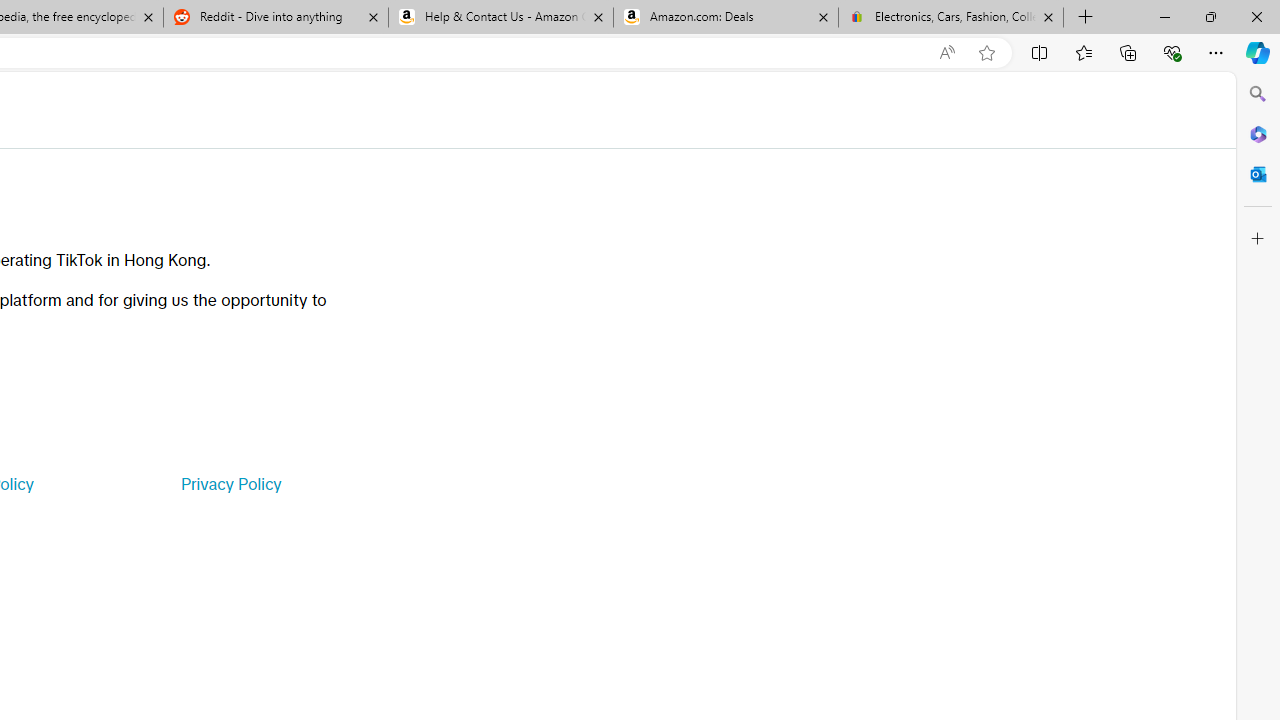  I want to click on 'Privacy Policy', so click(231, 484).